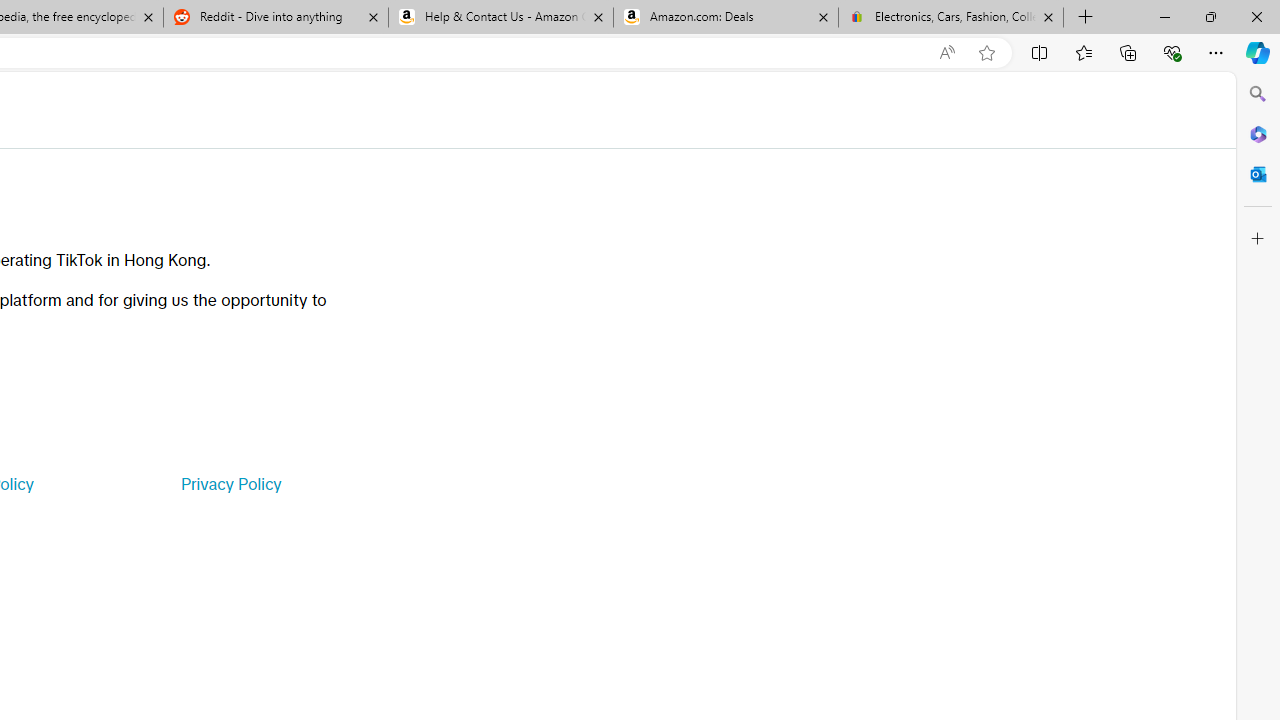  I want to click on 'Privacy Policy', so click(231, 484).